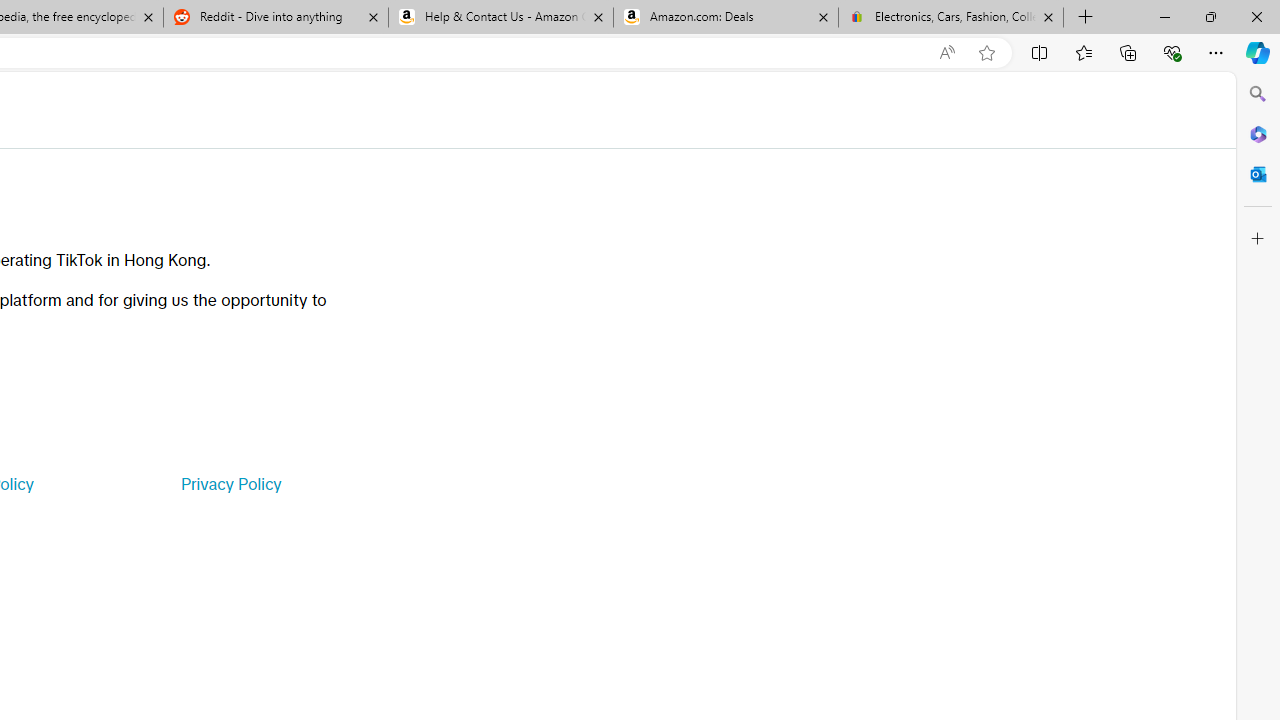  I want to click on 'Privacy Policy', so click(231, 484).